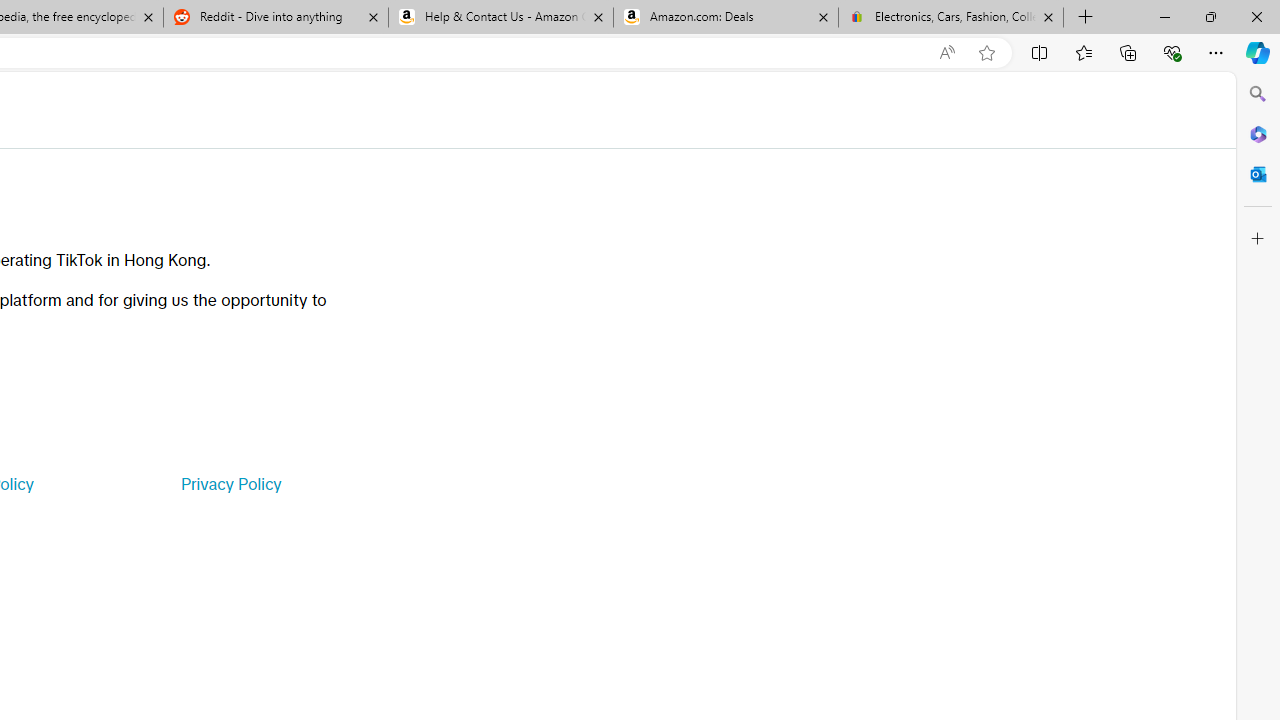  I want to click on 'Privacy Policy', so click(231, 484).